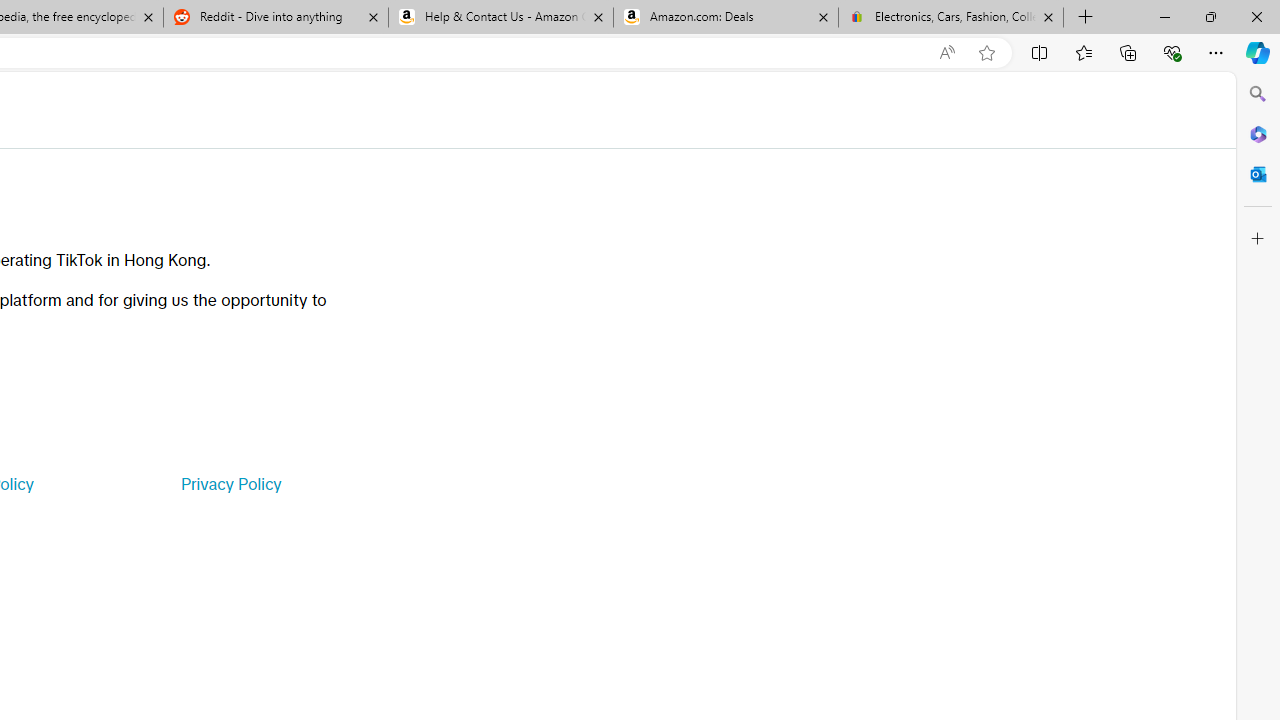  I want to click on 'Privacy Policy', so click(231, 484).